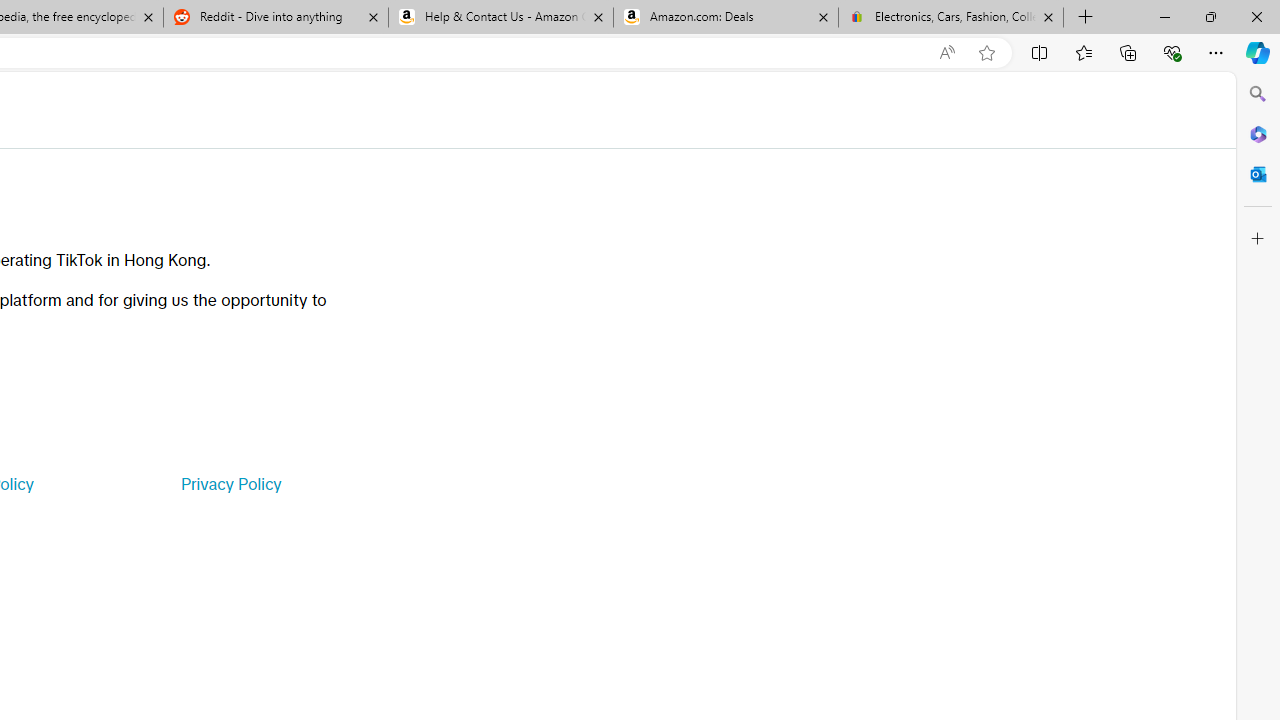  I want to click on 'Privacy Policy', so click(231, 484).